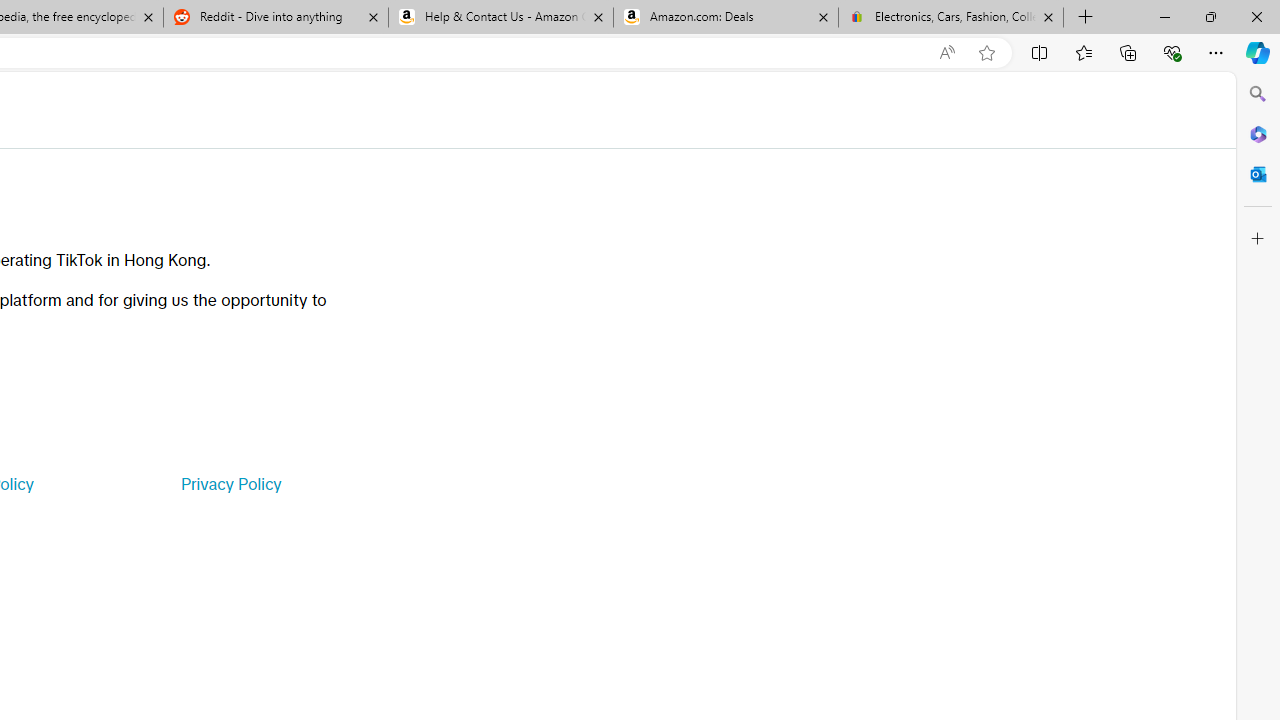  I want to click on 'Privacy Policy', so click(231, 484).